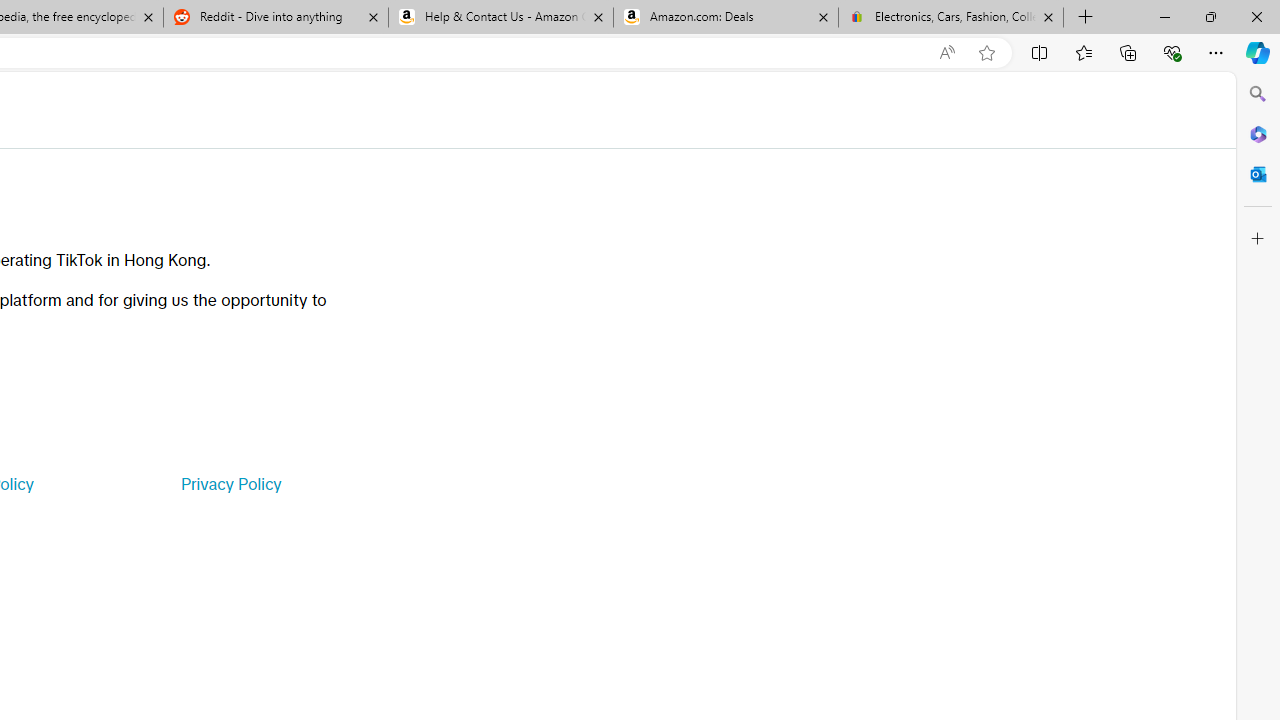  I want to click on 'Privacy Policy', so click(231, 484).